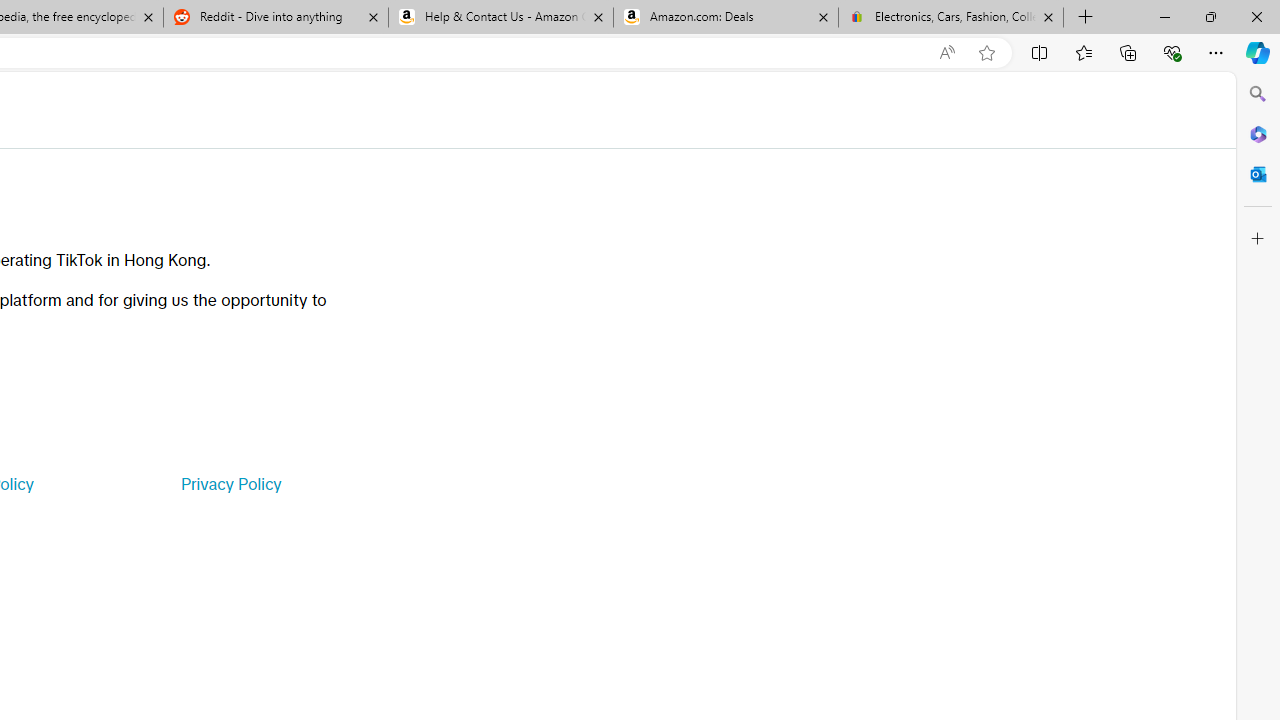  I want to click on 'Privacy Policy', so click(231, 484).